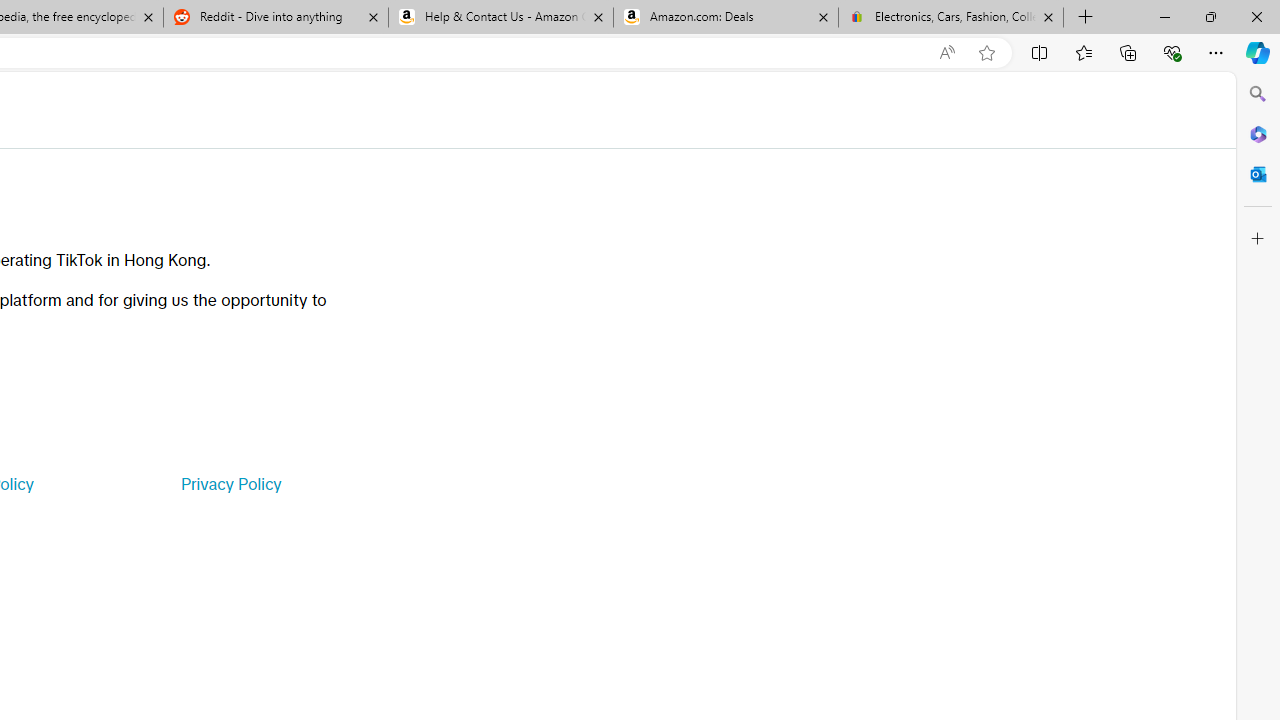  I want to click on 'Privacy Policy', so click(231, 484).